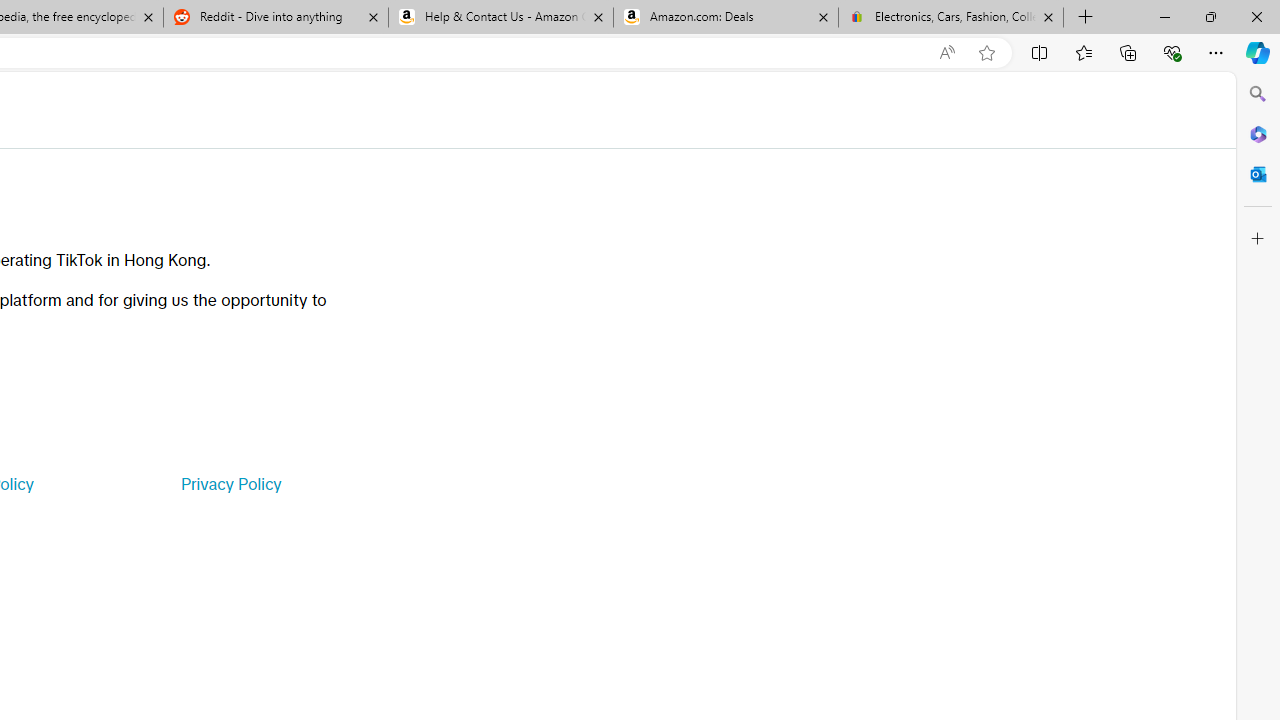  I want to click on 'Privacy Policy', so click(231, 484).